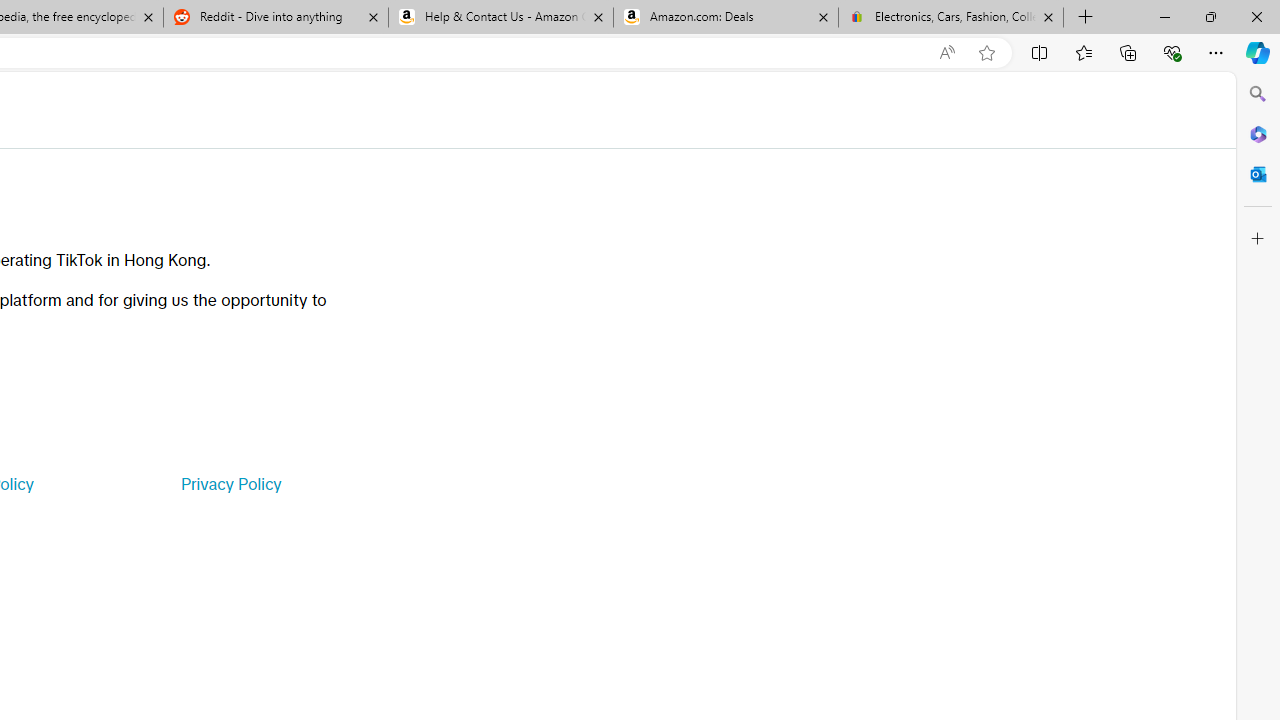  I want to click on 'Privacy Policy', so click(231, 484).